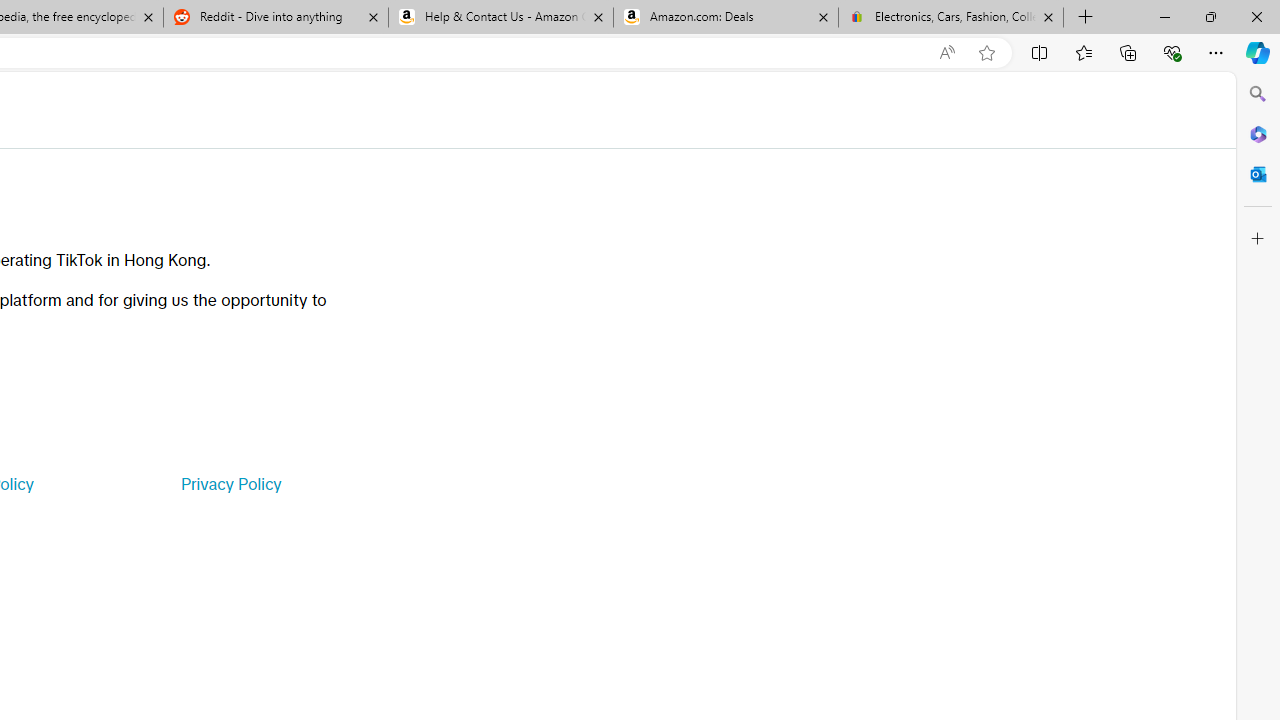  I want to click on 'Privacy Policy', so click(231, 484).